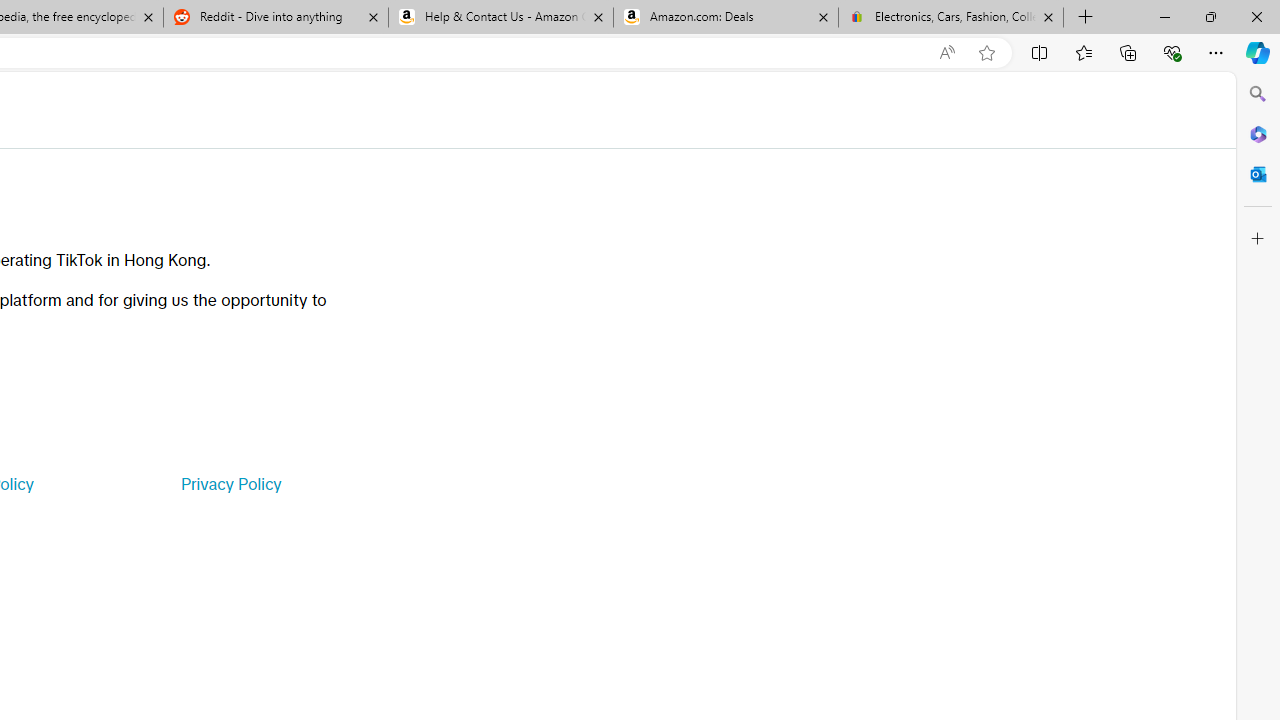  I want to click on 'Privacy Policy', so click(231, 484).